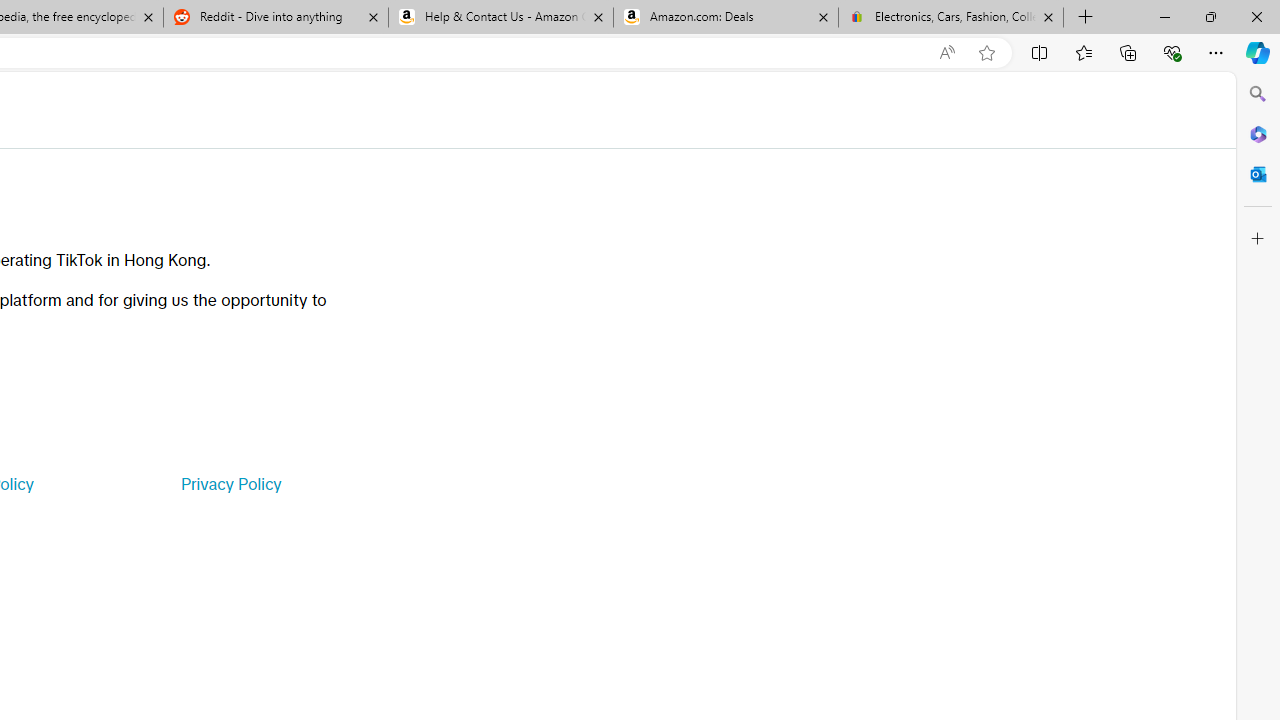  I want to click on 'Privacy Policy', so click(231, 484).